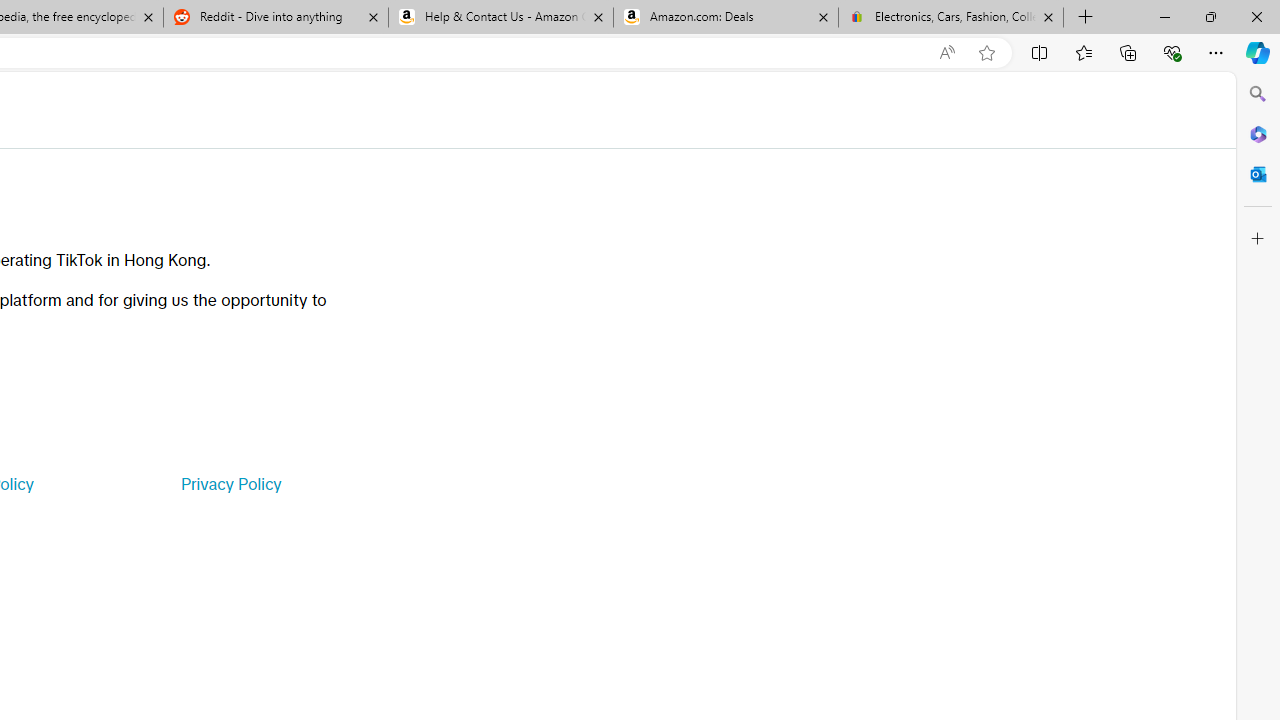  I want to click on 'Privacy Policy', so click(231, 484).